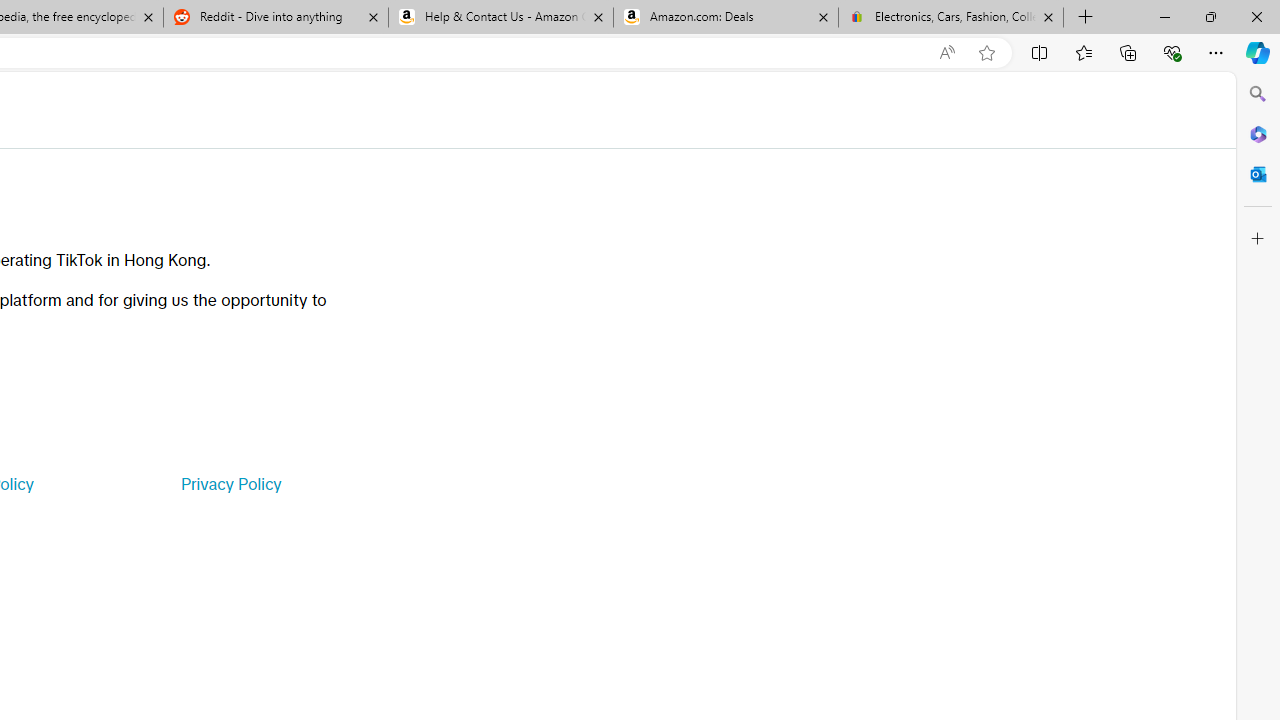  I want to click on 'Privacy Policy', so click(231, 484).